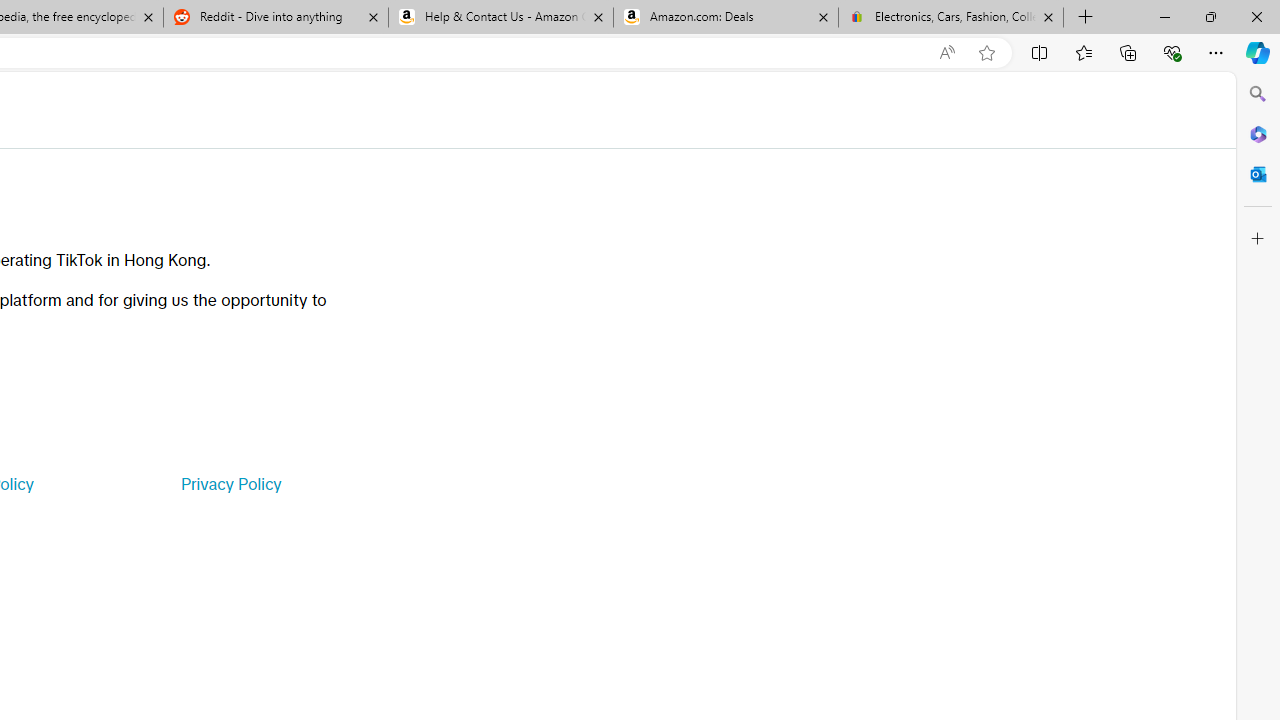  I want to click on 'Privacy Policy', so click(231, 484).